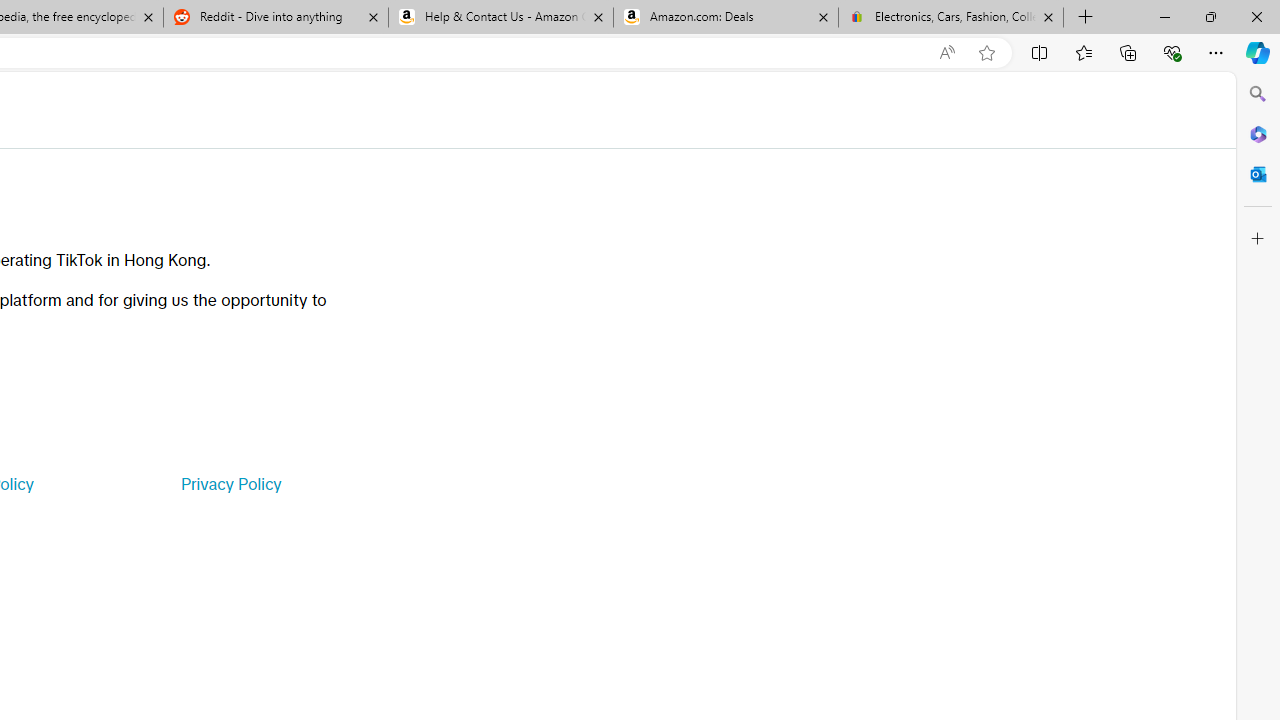  I want to click on 'Privacy Policy', so click(231, 484).